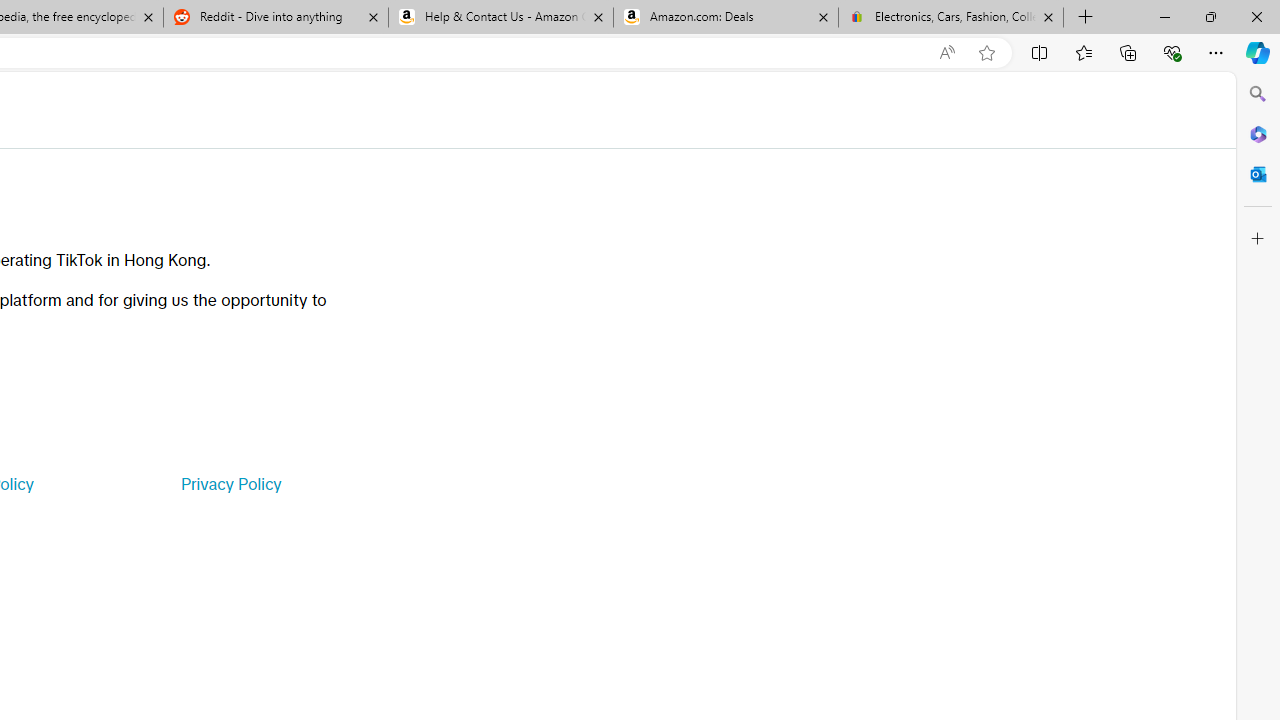  I want to click on 'Privacy Policy', so click(231, 484).